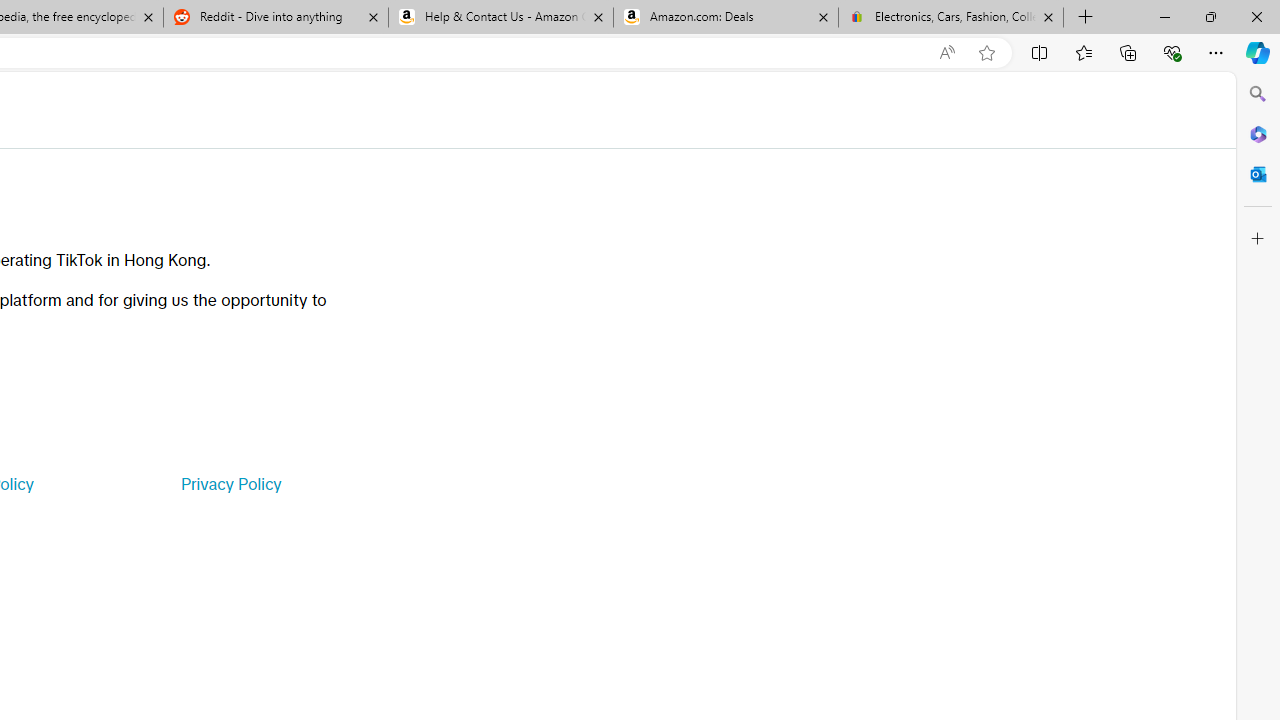  I want to click on 'Privacy Policy', so click(231, 484).